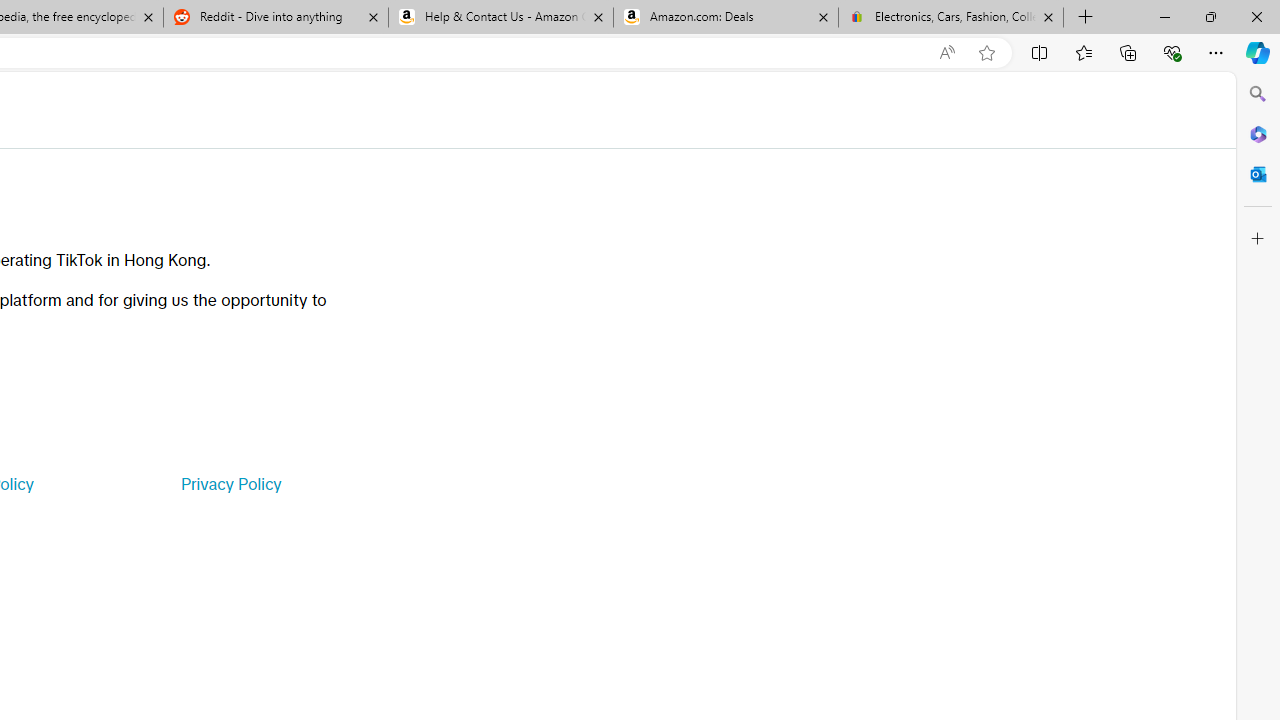  I want to click on 'Privacy Policy', so click(231, 484).